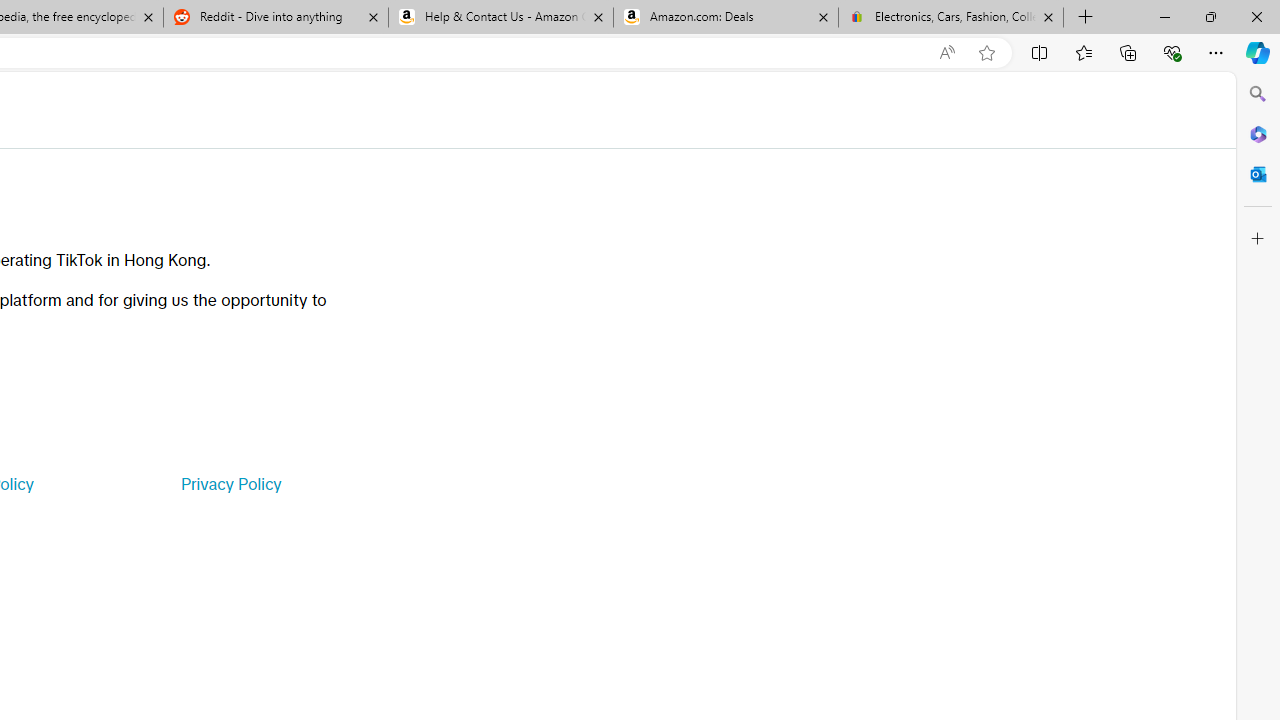  I want to click on 'Privacy Policy', so click(231, 484).